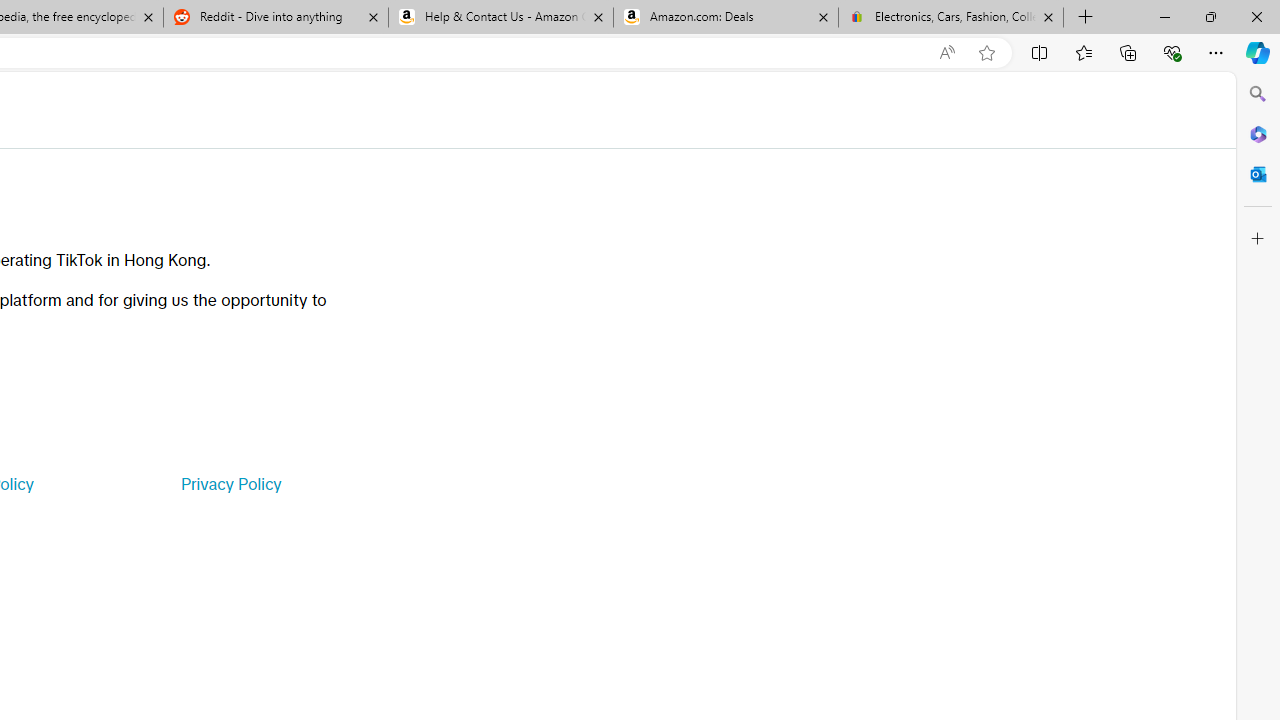  I want to click on 'Privacy Policy', so click(231, 484).